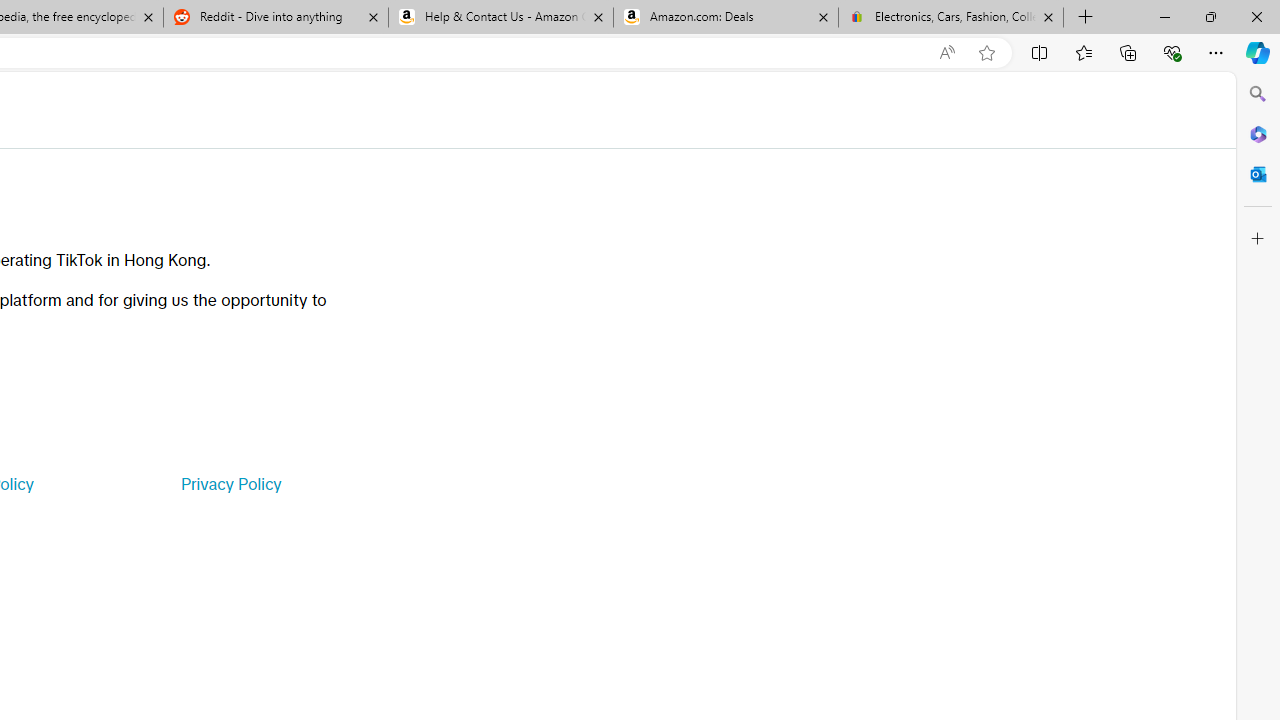  I want to click on 'Privacy Policy', so click(231, 484).